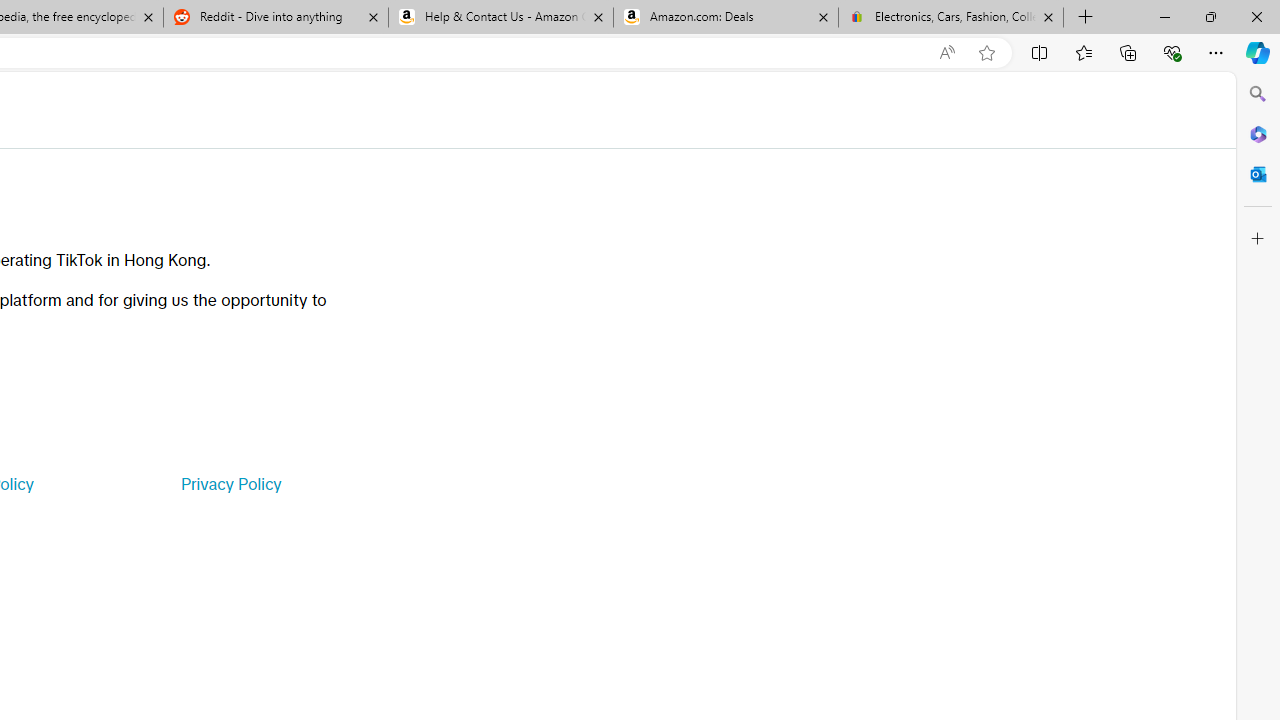  I want to click on 'Privacy Policy', so click(231, 484).